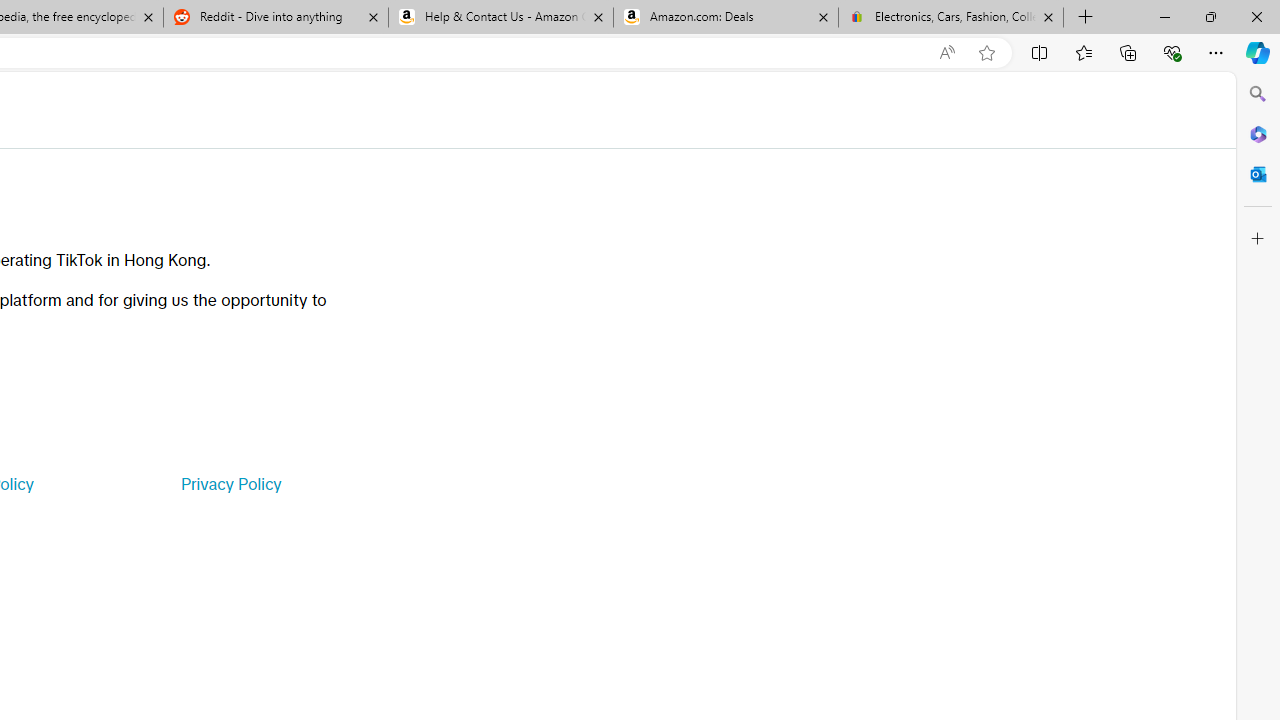  I want to click on 'Privacy Policy', so click(231, 484).